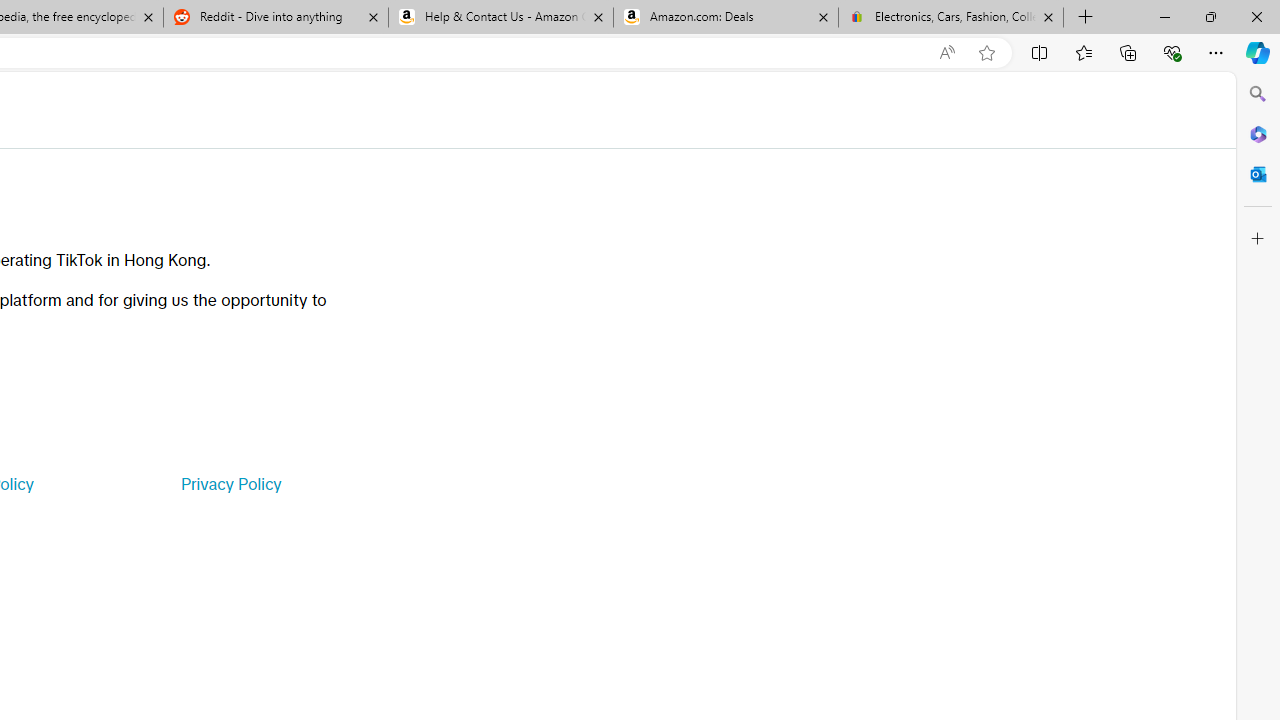  I want to click on 'Privacy Policy', so click(231, 484).